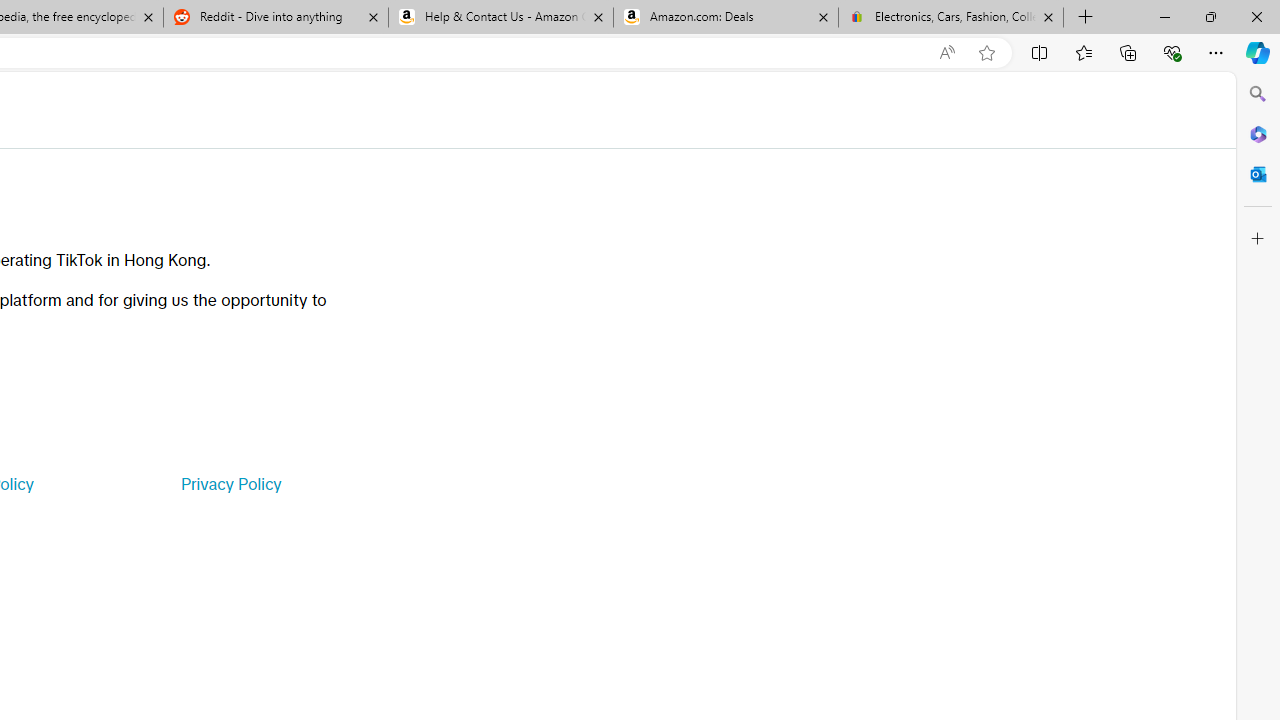  I want to click on 'Privacy Policy', so click(231, 484).